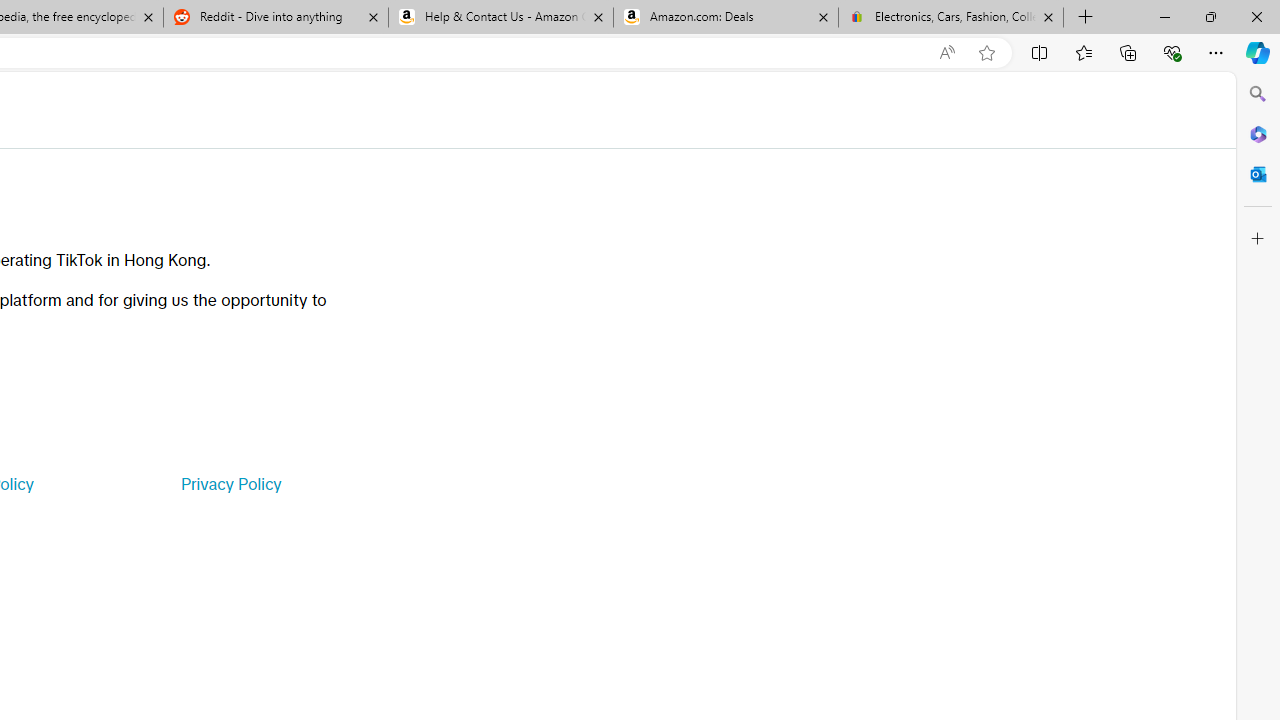  I want to click on 'Privacy Policy', so click(231, 484).